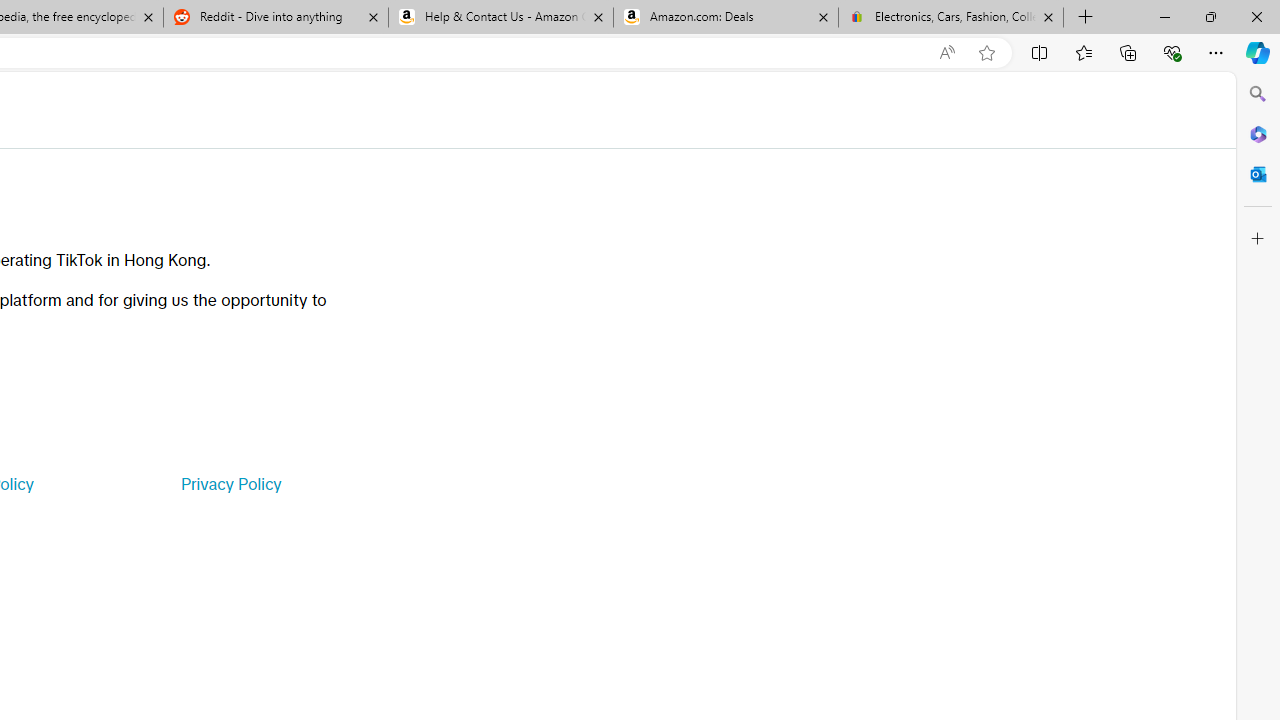  I want to click on 'Privacy Policy', so click(231, 484).